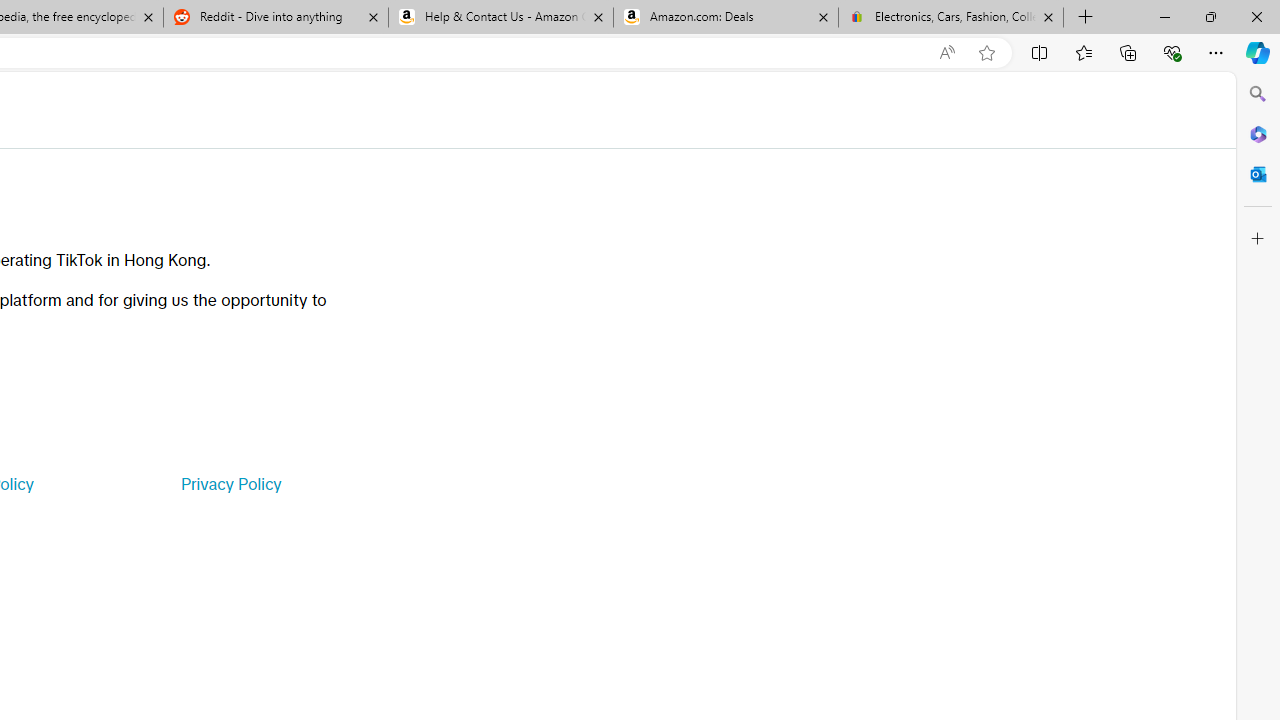  I want to click on 'Privacy Policy', so click(231, 484).